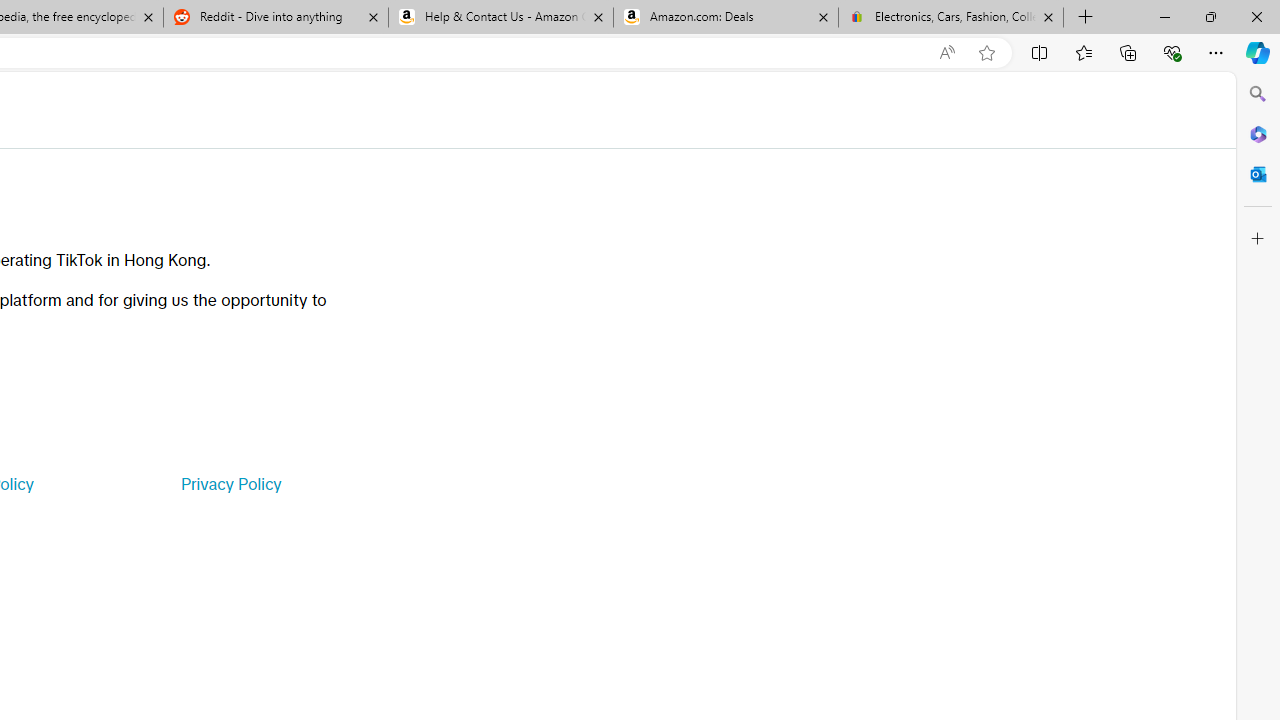  I want to click on 'Privacy Policy', so click(231, 484).